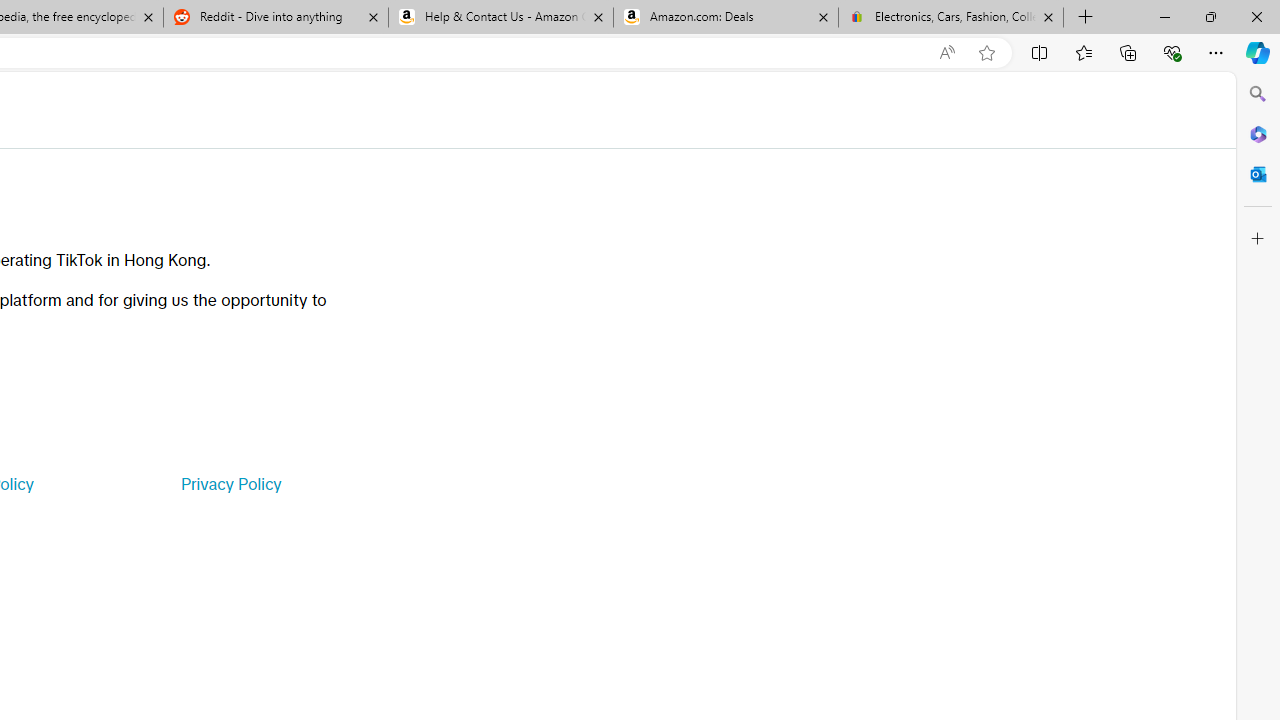  I want to click on 'Privacy Policy', so click(231, 484).